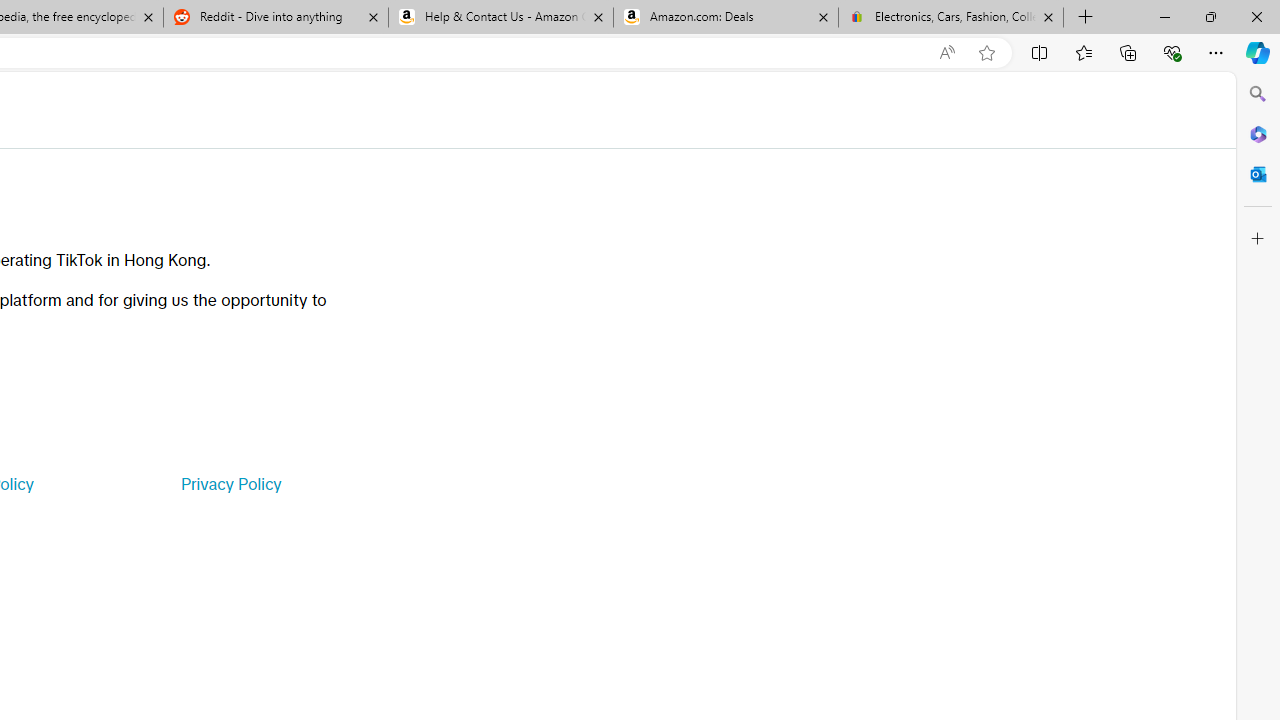  I want to click on 'Privacy Policy', so click(231, 484).